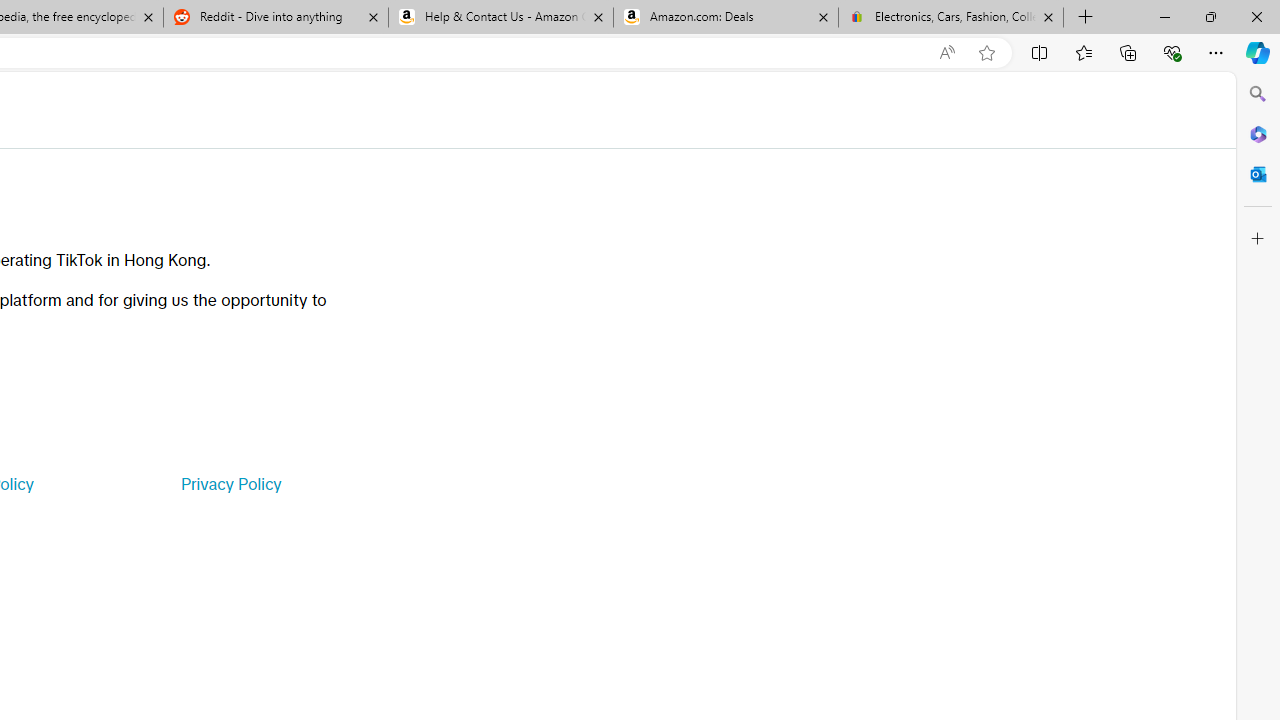  I want to click on 'Privacy Policy', so click(231, 484).